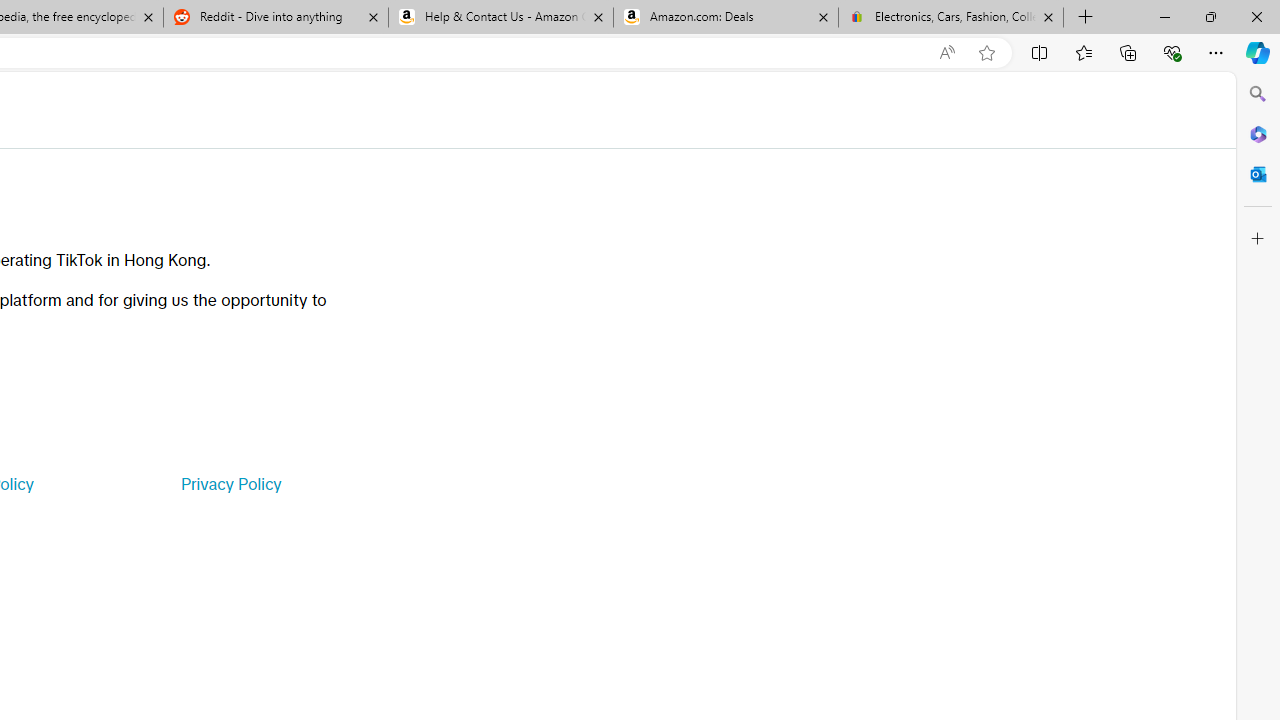  I want to click on 'Privacy Policy', so click(231, 484).